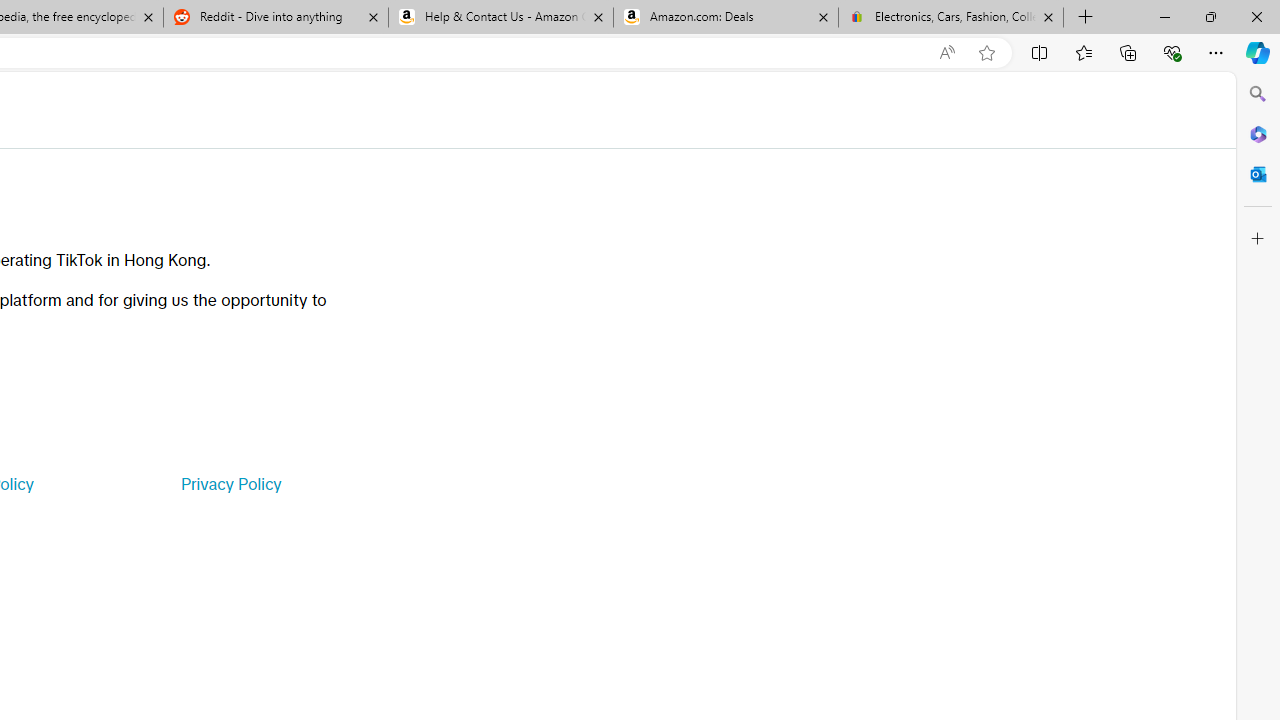  I want to click on 'Privacy Policy', so click(231, 484).